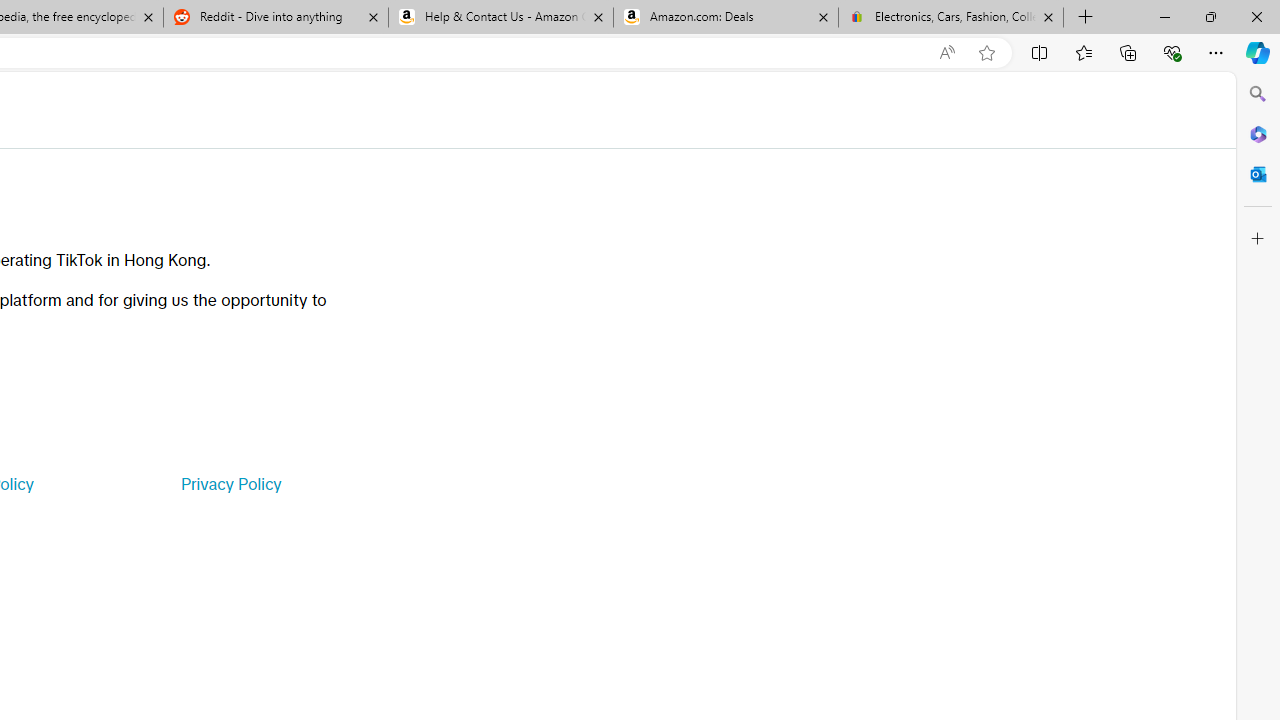  I want to click on 'Privacy Policy', so click(231, 484).